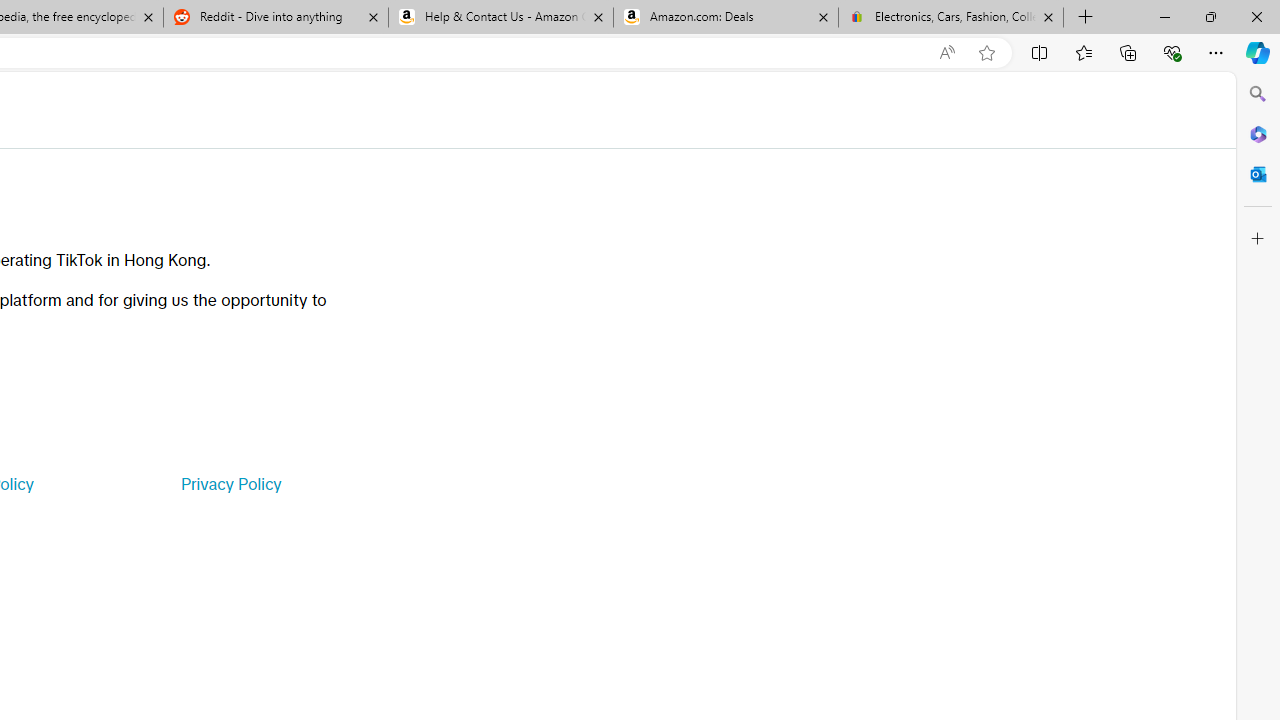  I want to click on 'Privacy Policy', so click(231, 484).